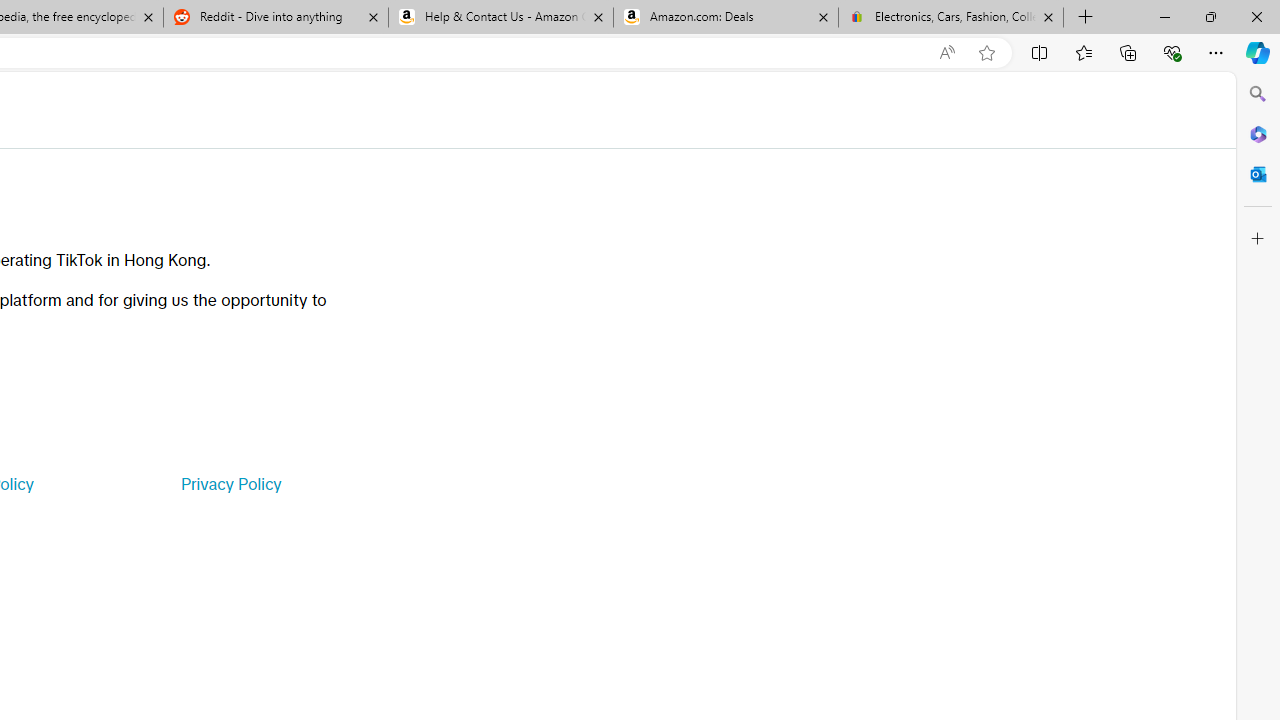  I want to click on 'Privacy Policy', so click(231, 484).